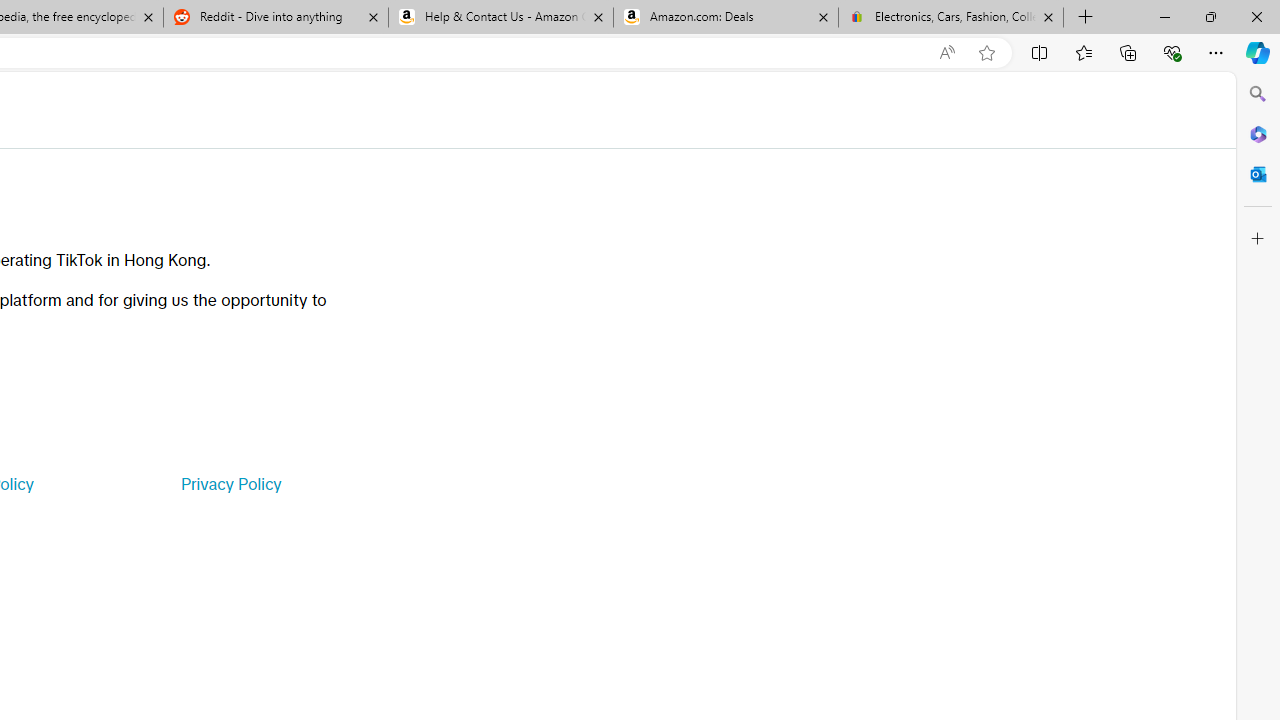  I want to click on 'Privacy Policy', so click(231, 484).